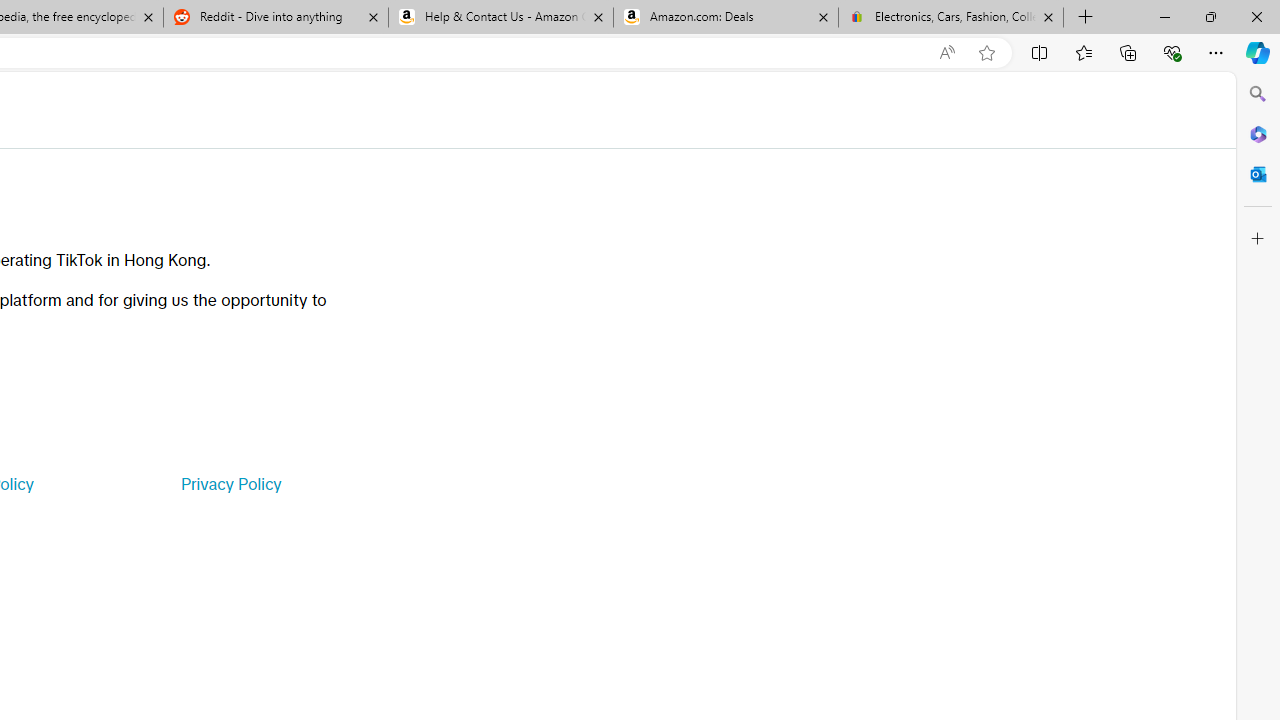  I want to click on 'Privacy Policy', so click(231, 484).